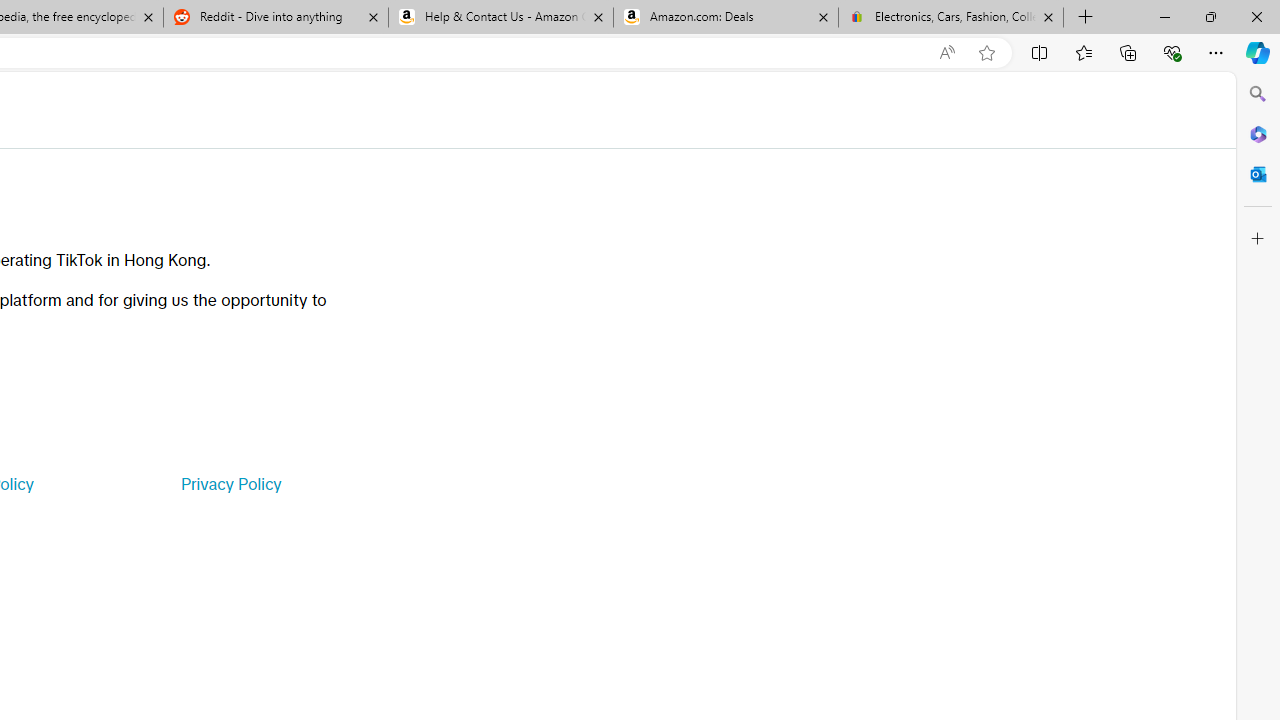  I want to click on 'Privacy Policy', so click(231, 484).